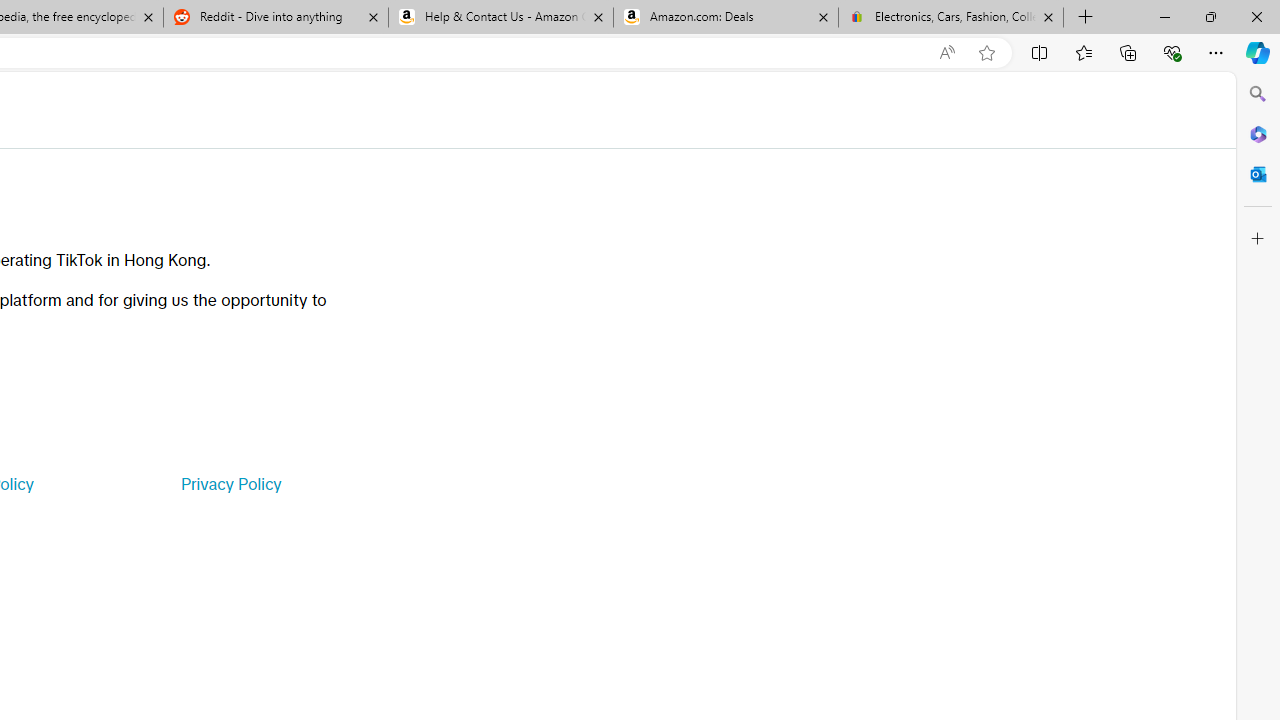  I want to click on 'Privacy Policy', so click(231, 484).